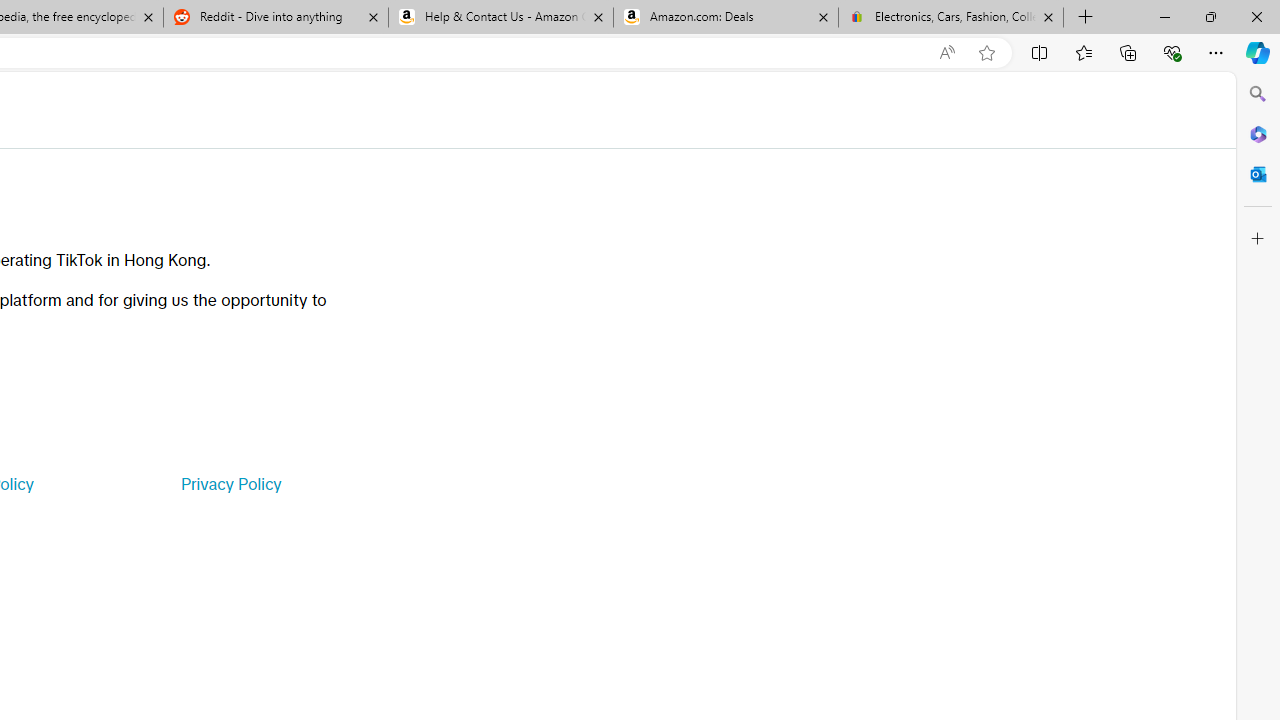  I want to click on 'Privacy Policy', so click(231, 484).